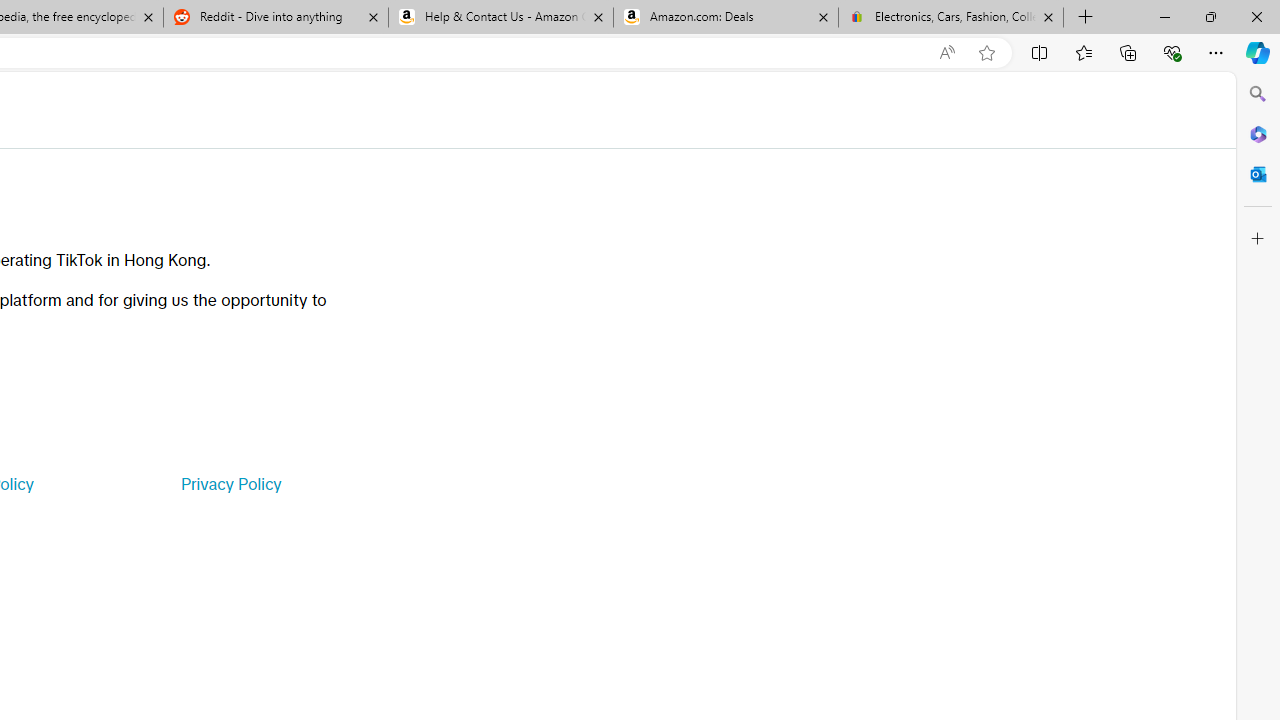  I want to click on 'Privacy Policy', so click(231, 484).